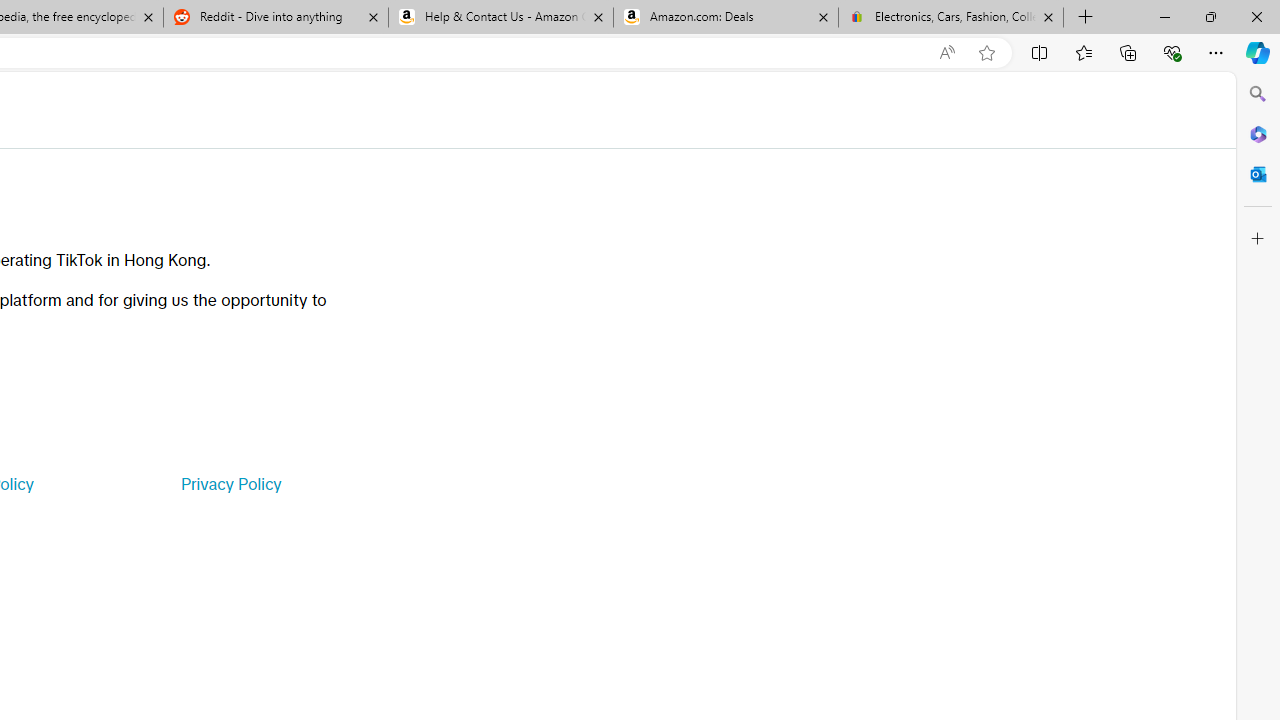  I want to click on 'Privacy Policy', so click(231, 484).